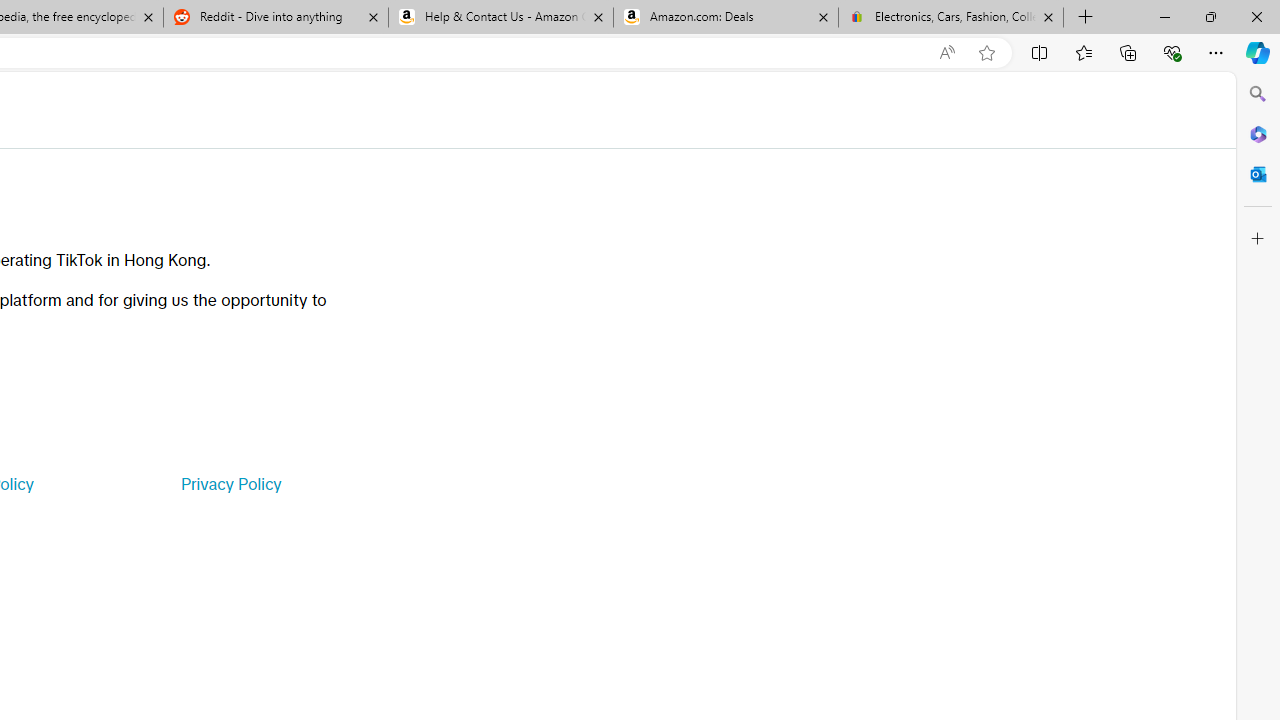  I want to click on 'Privacy Policy', so click(231, 484).